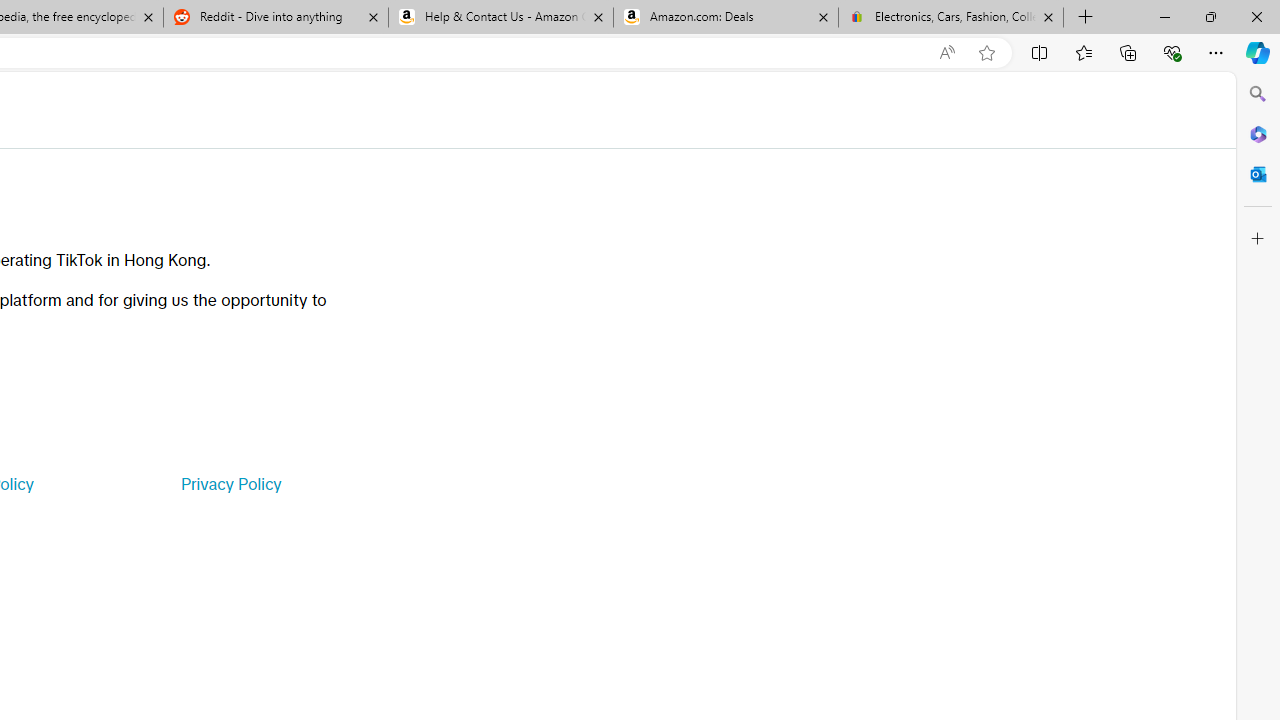  I want to click on 'Privacy Policy', so click(231, 484).